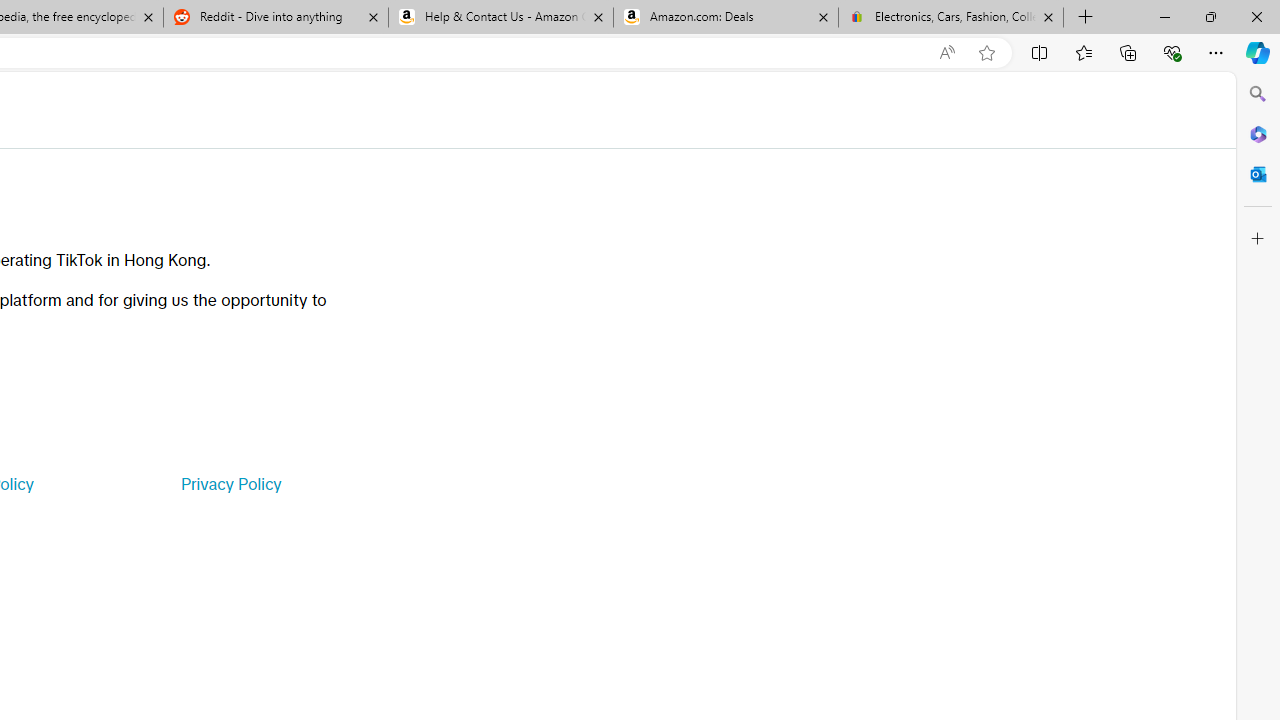  I want to click on 'Privacy Policy', so click(231, 484).